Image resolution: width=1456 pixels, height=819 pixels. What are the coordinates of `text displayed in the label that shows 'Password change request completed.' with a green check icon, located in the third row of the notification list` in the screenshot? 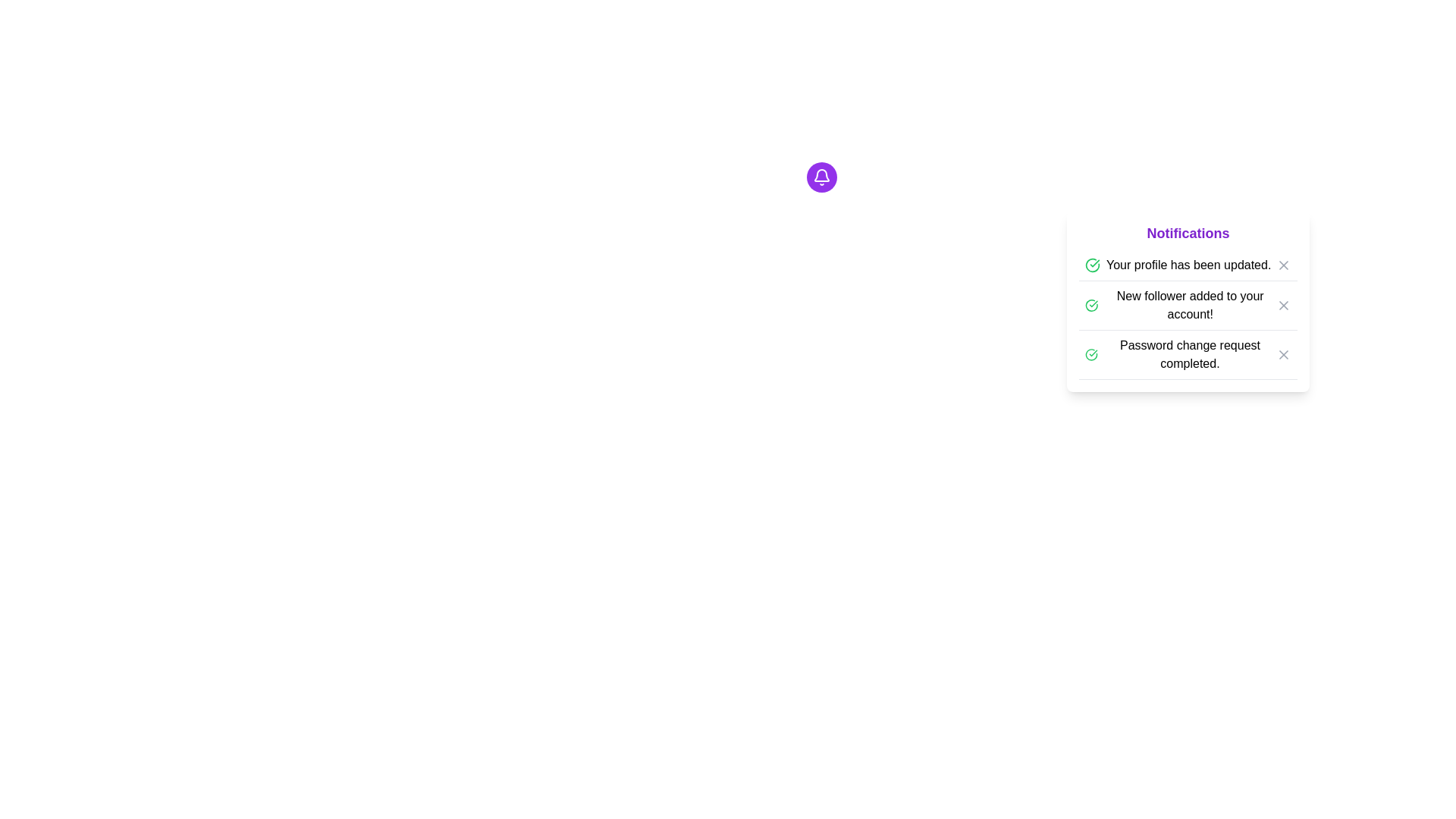 It's located at (1179, 354).